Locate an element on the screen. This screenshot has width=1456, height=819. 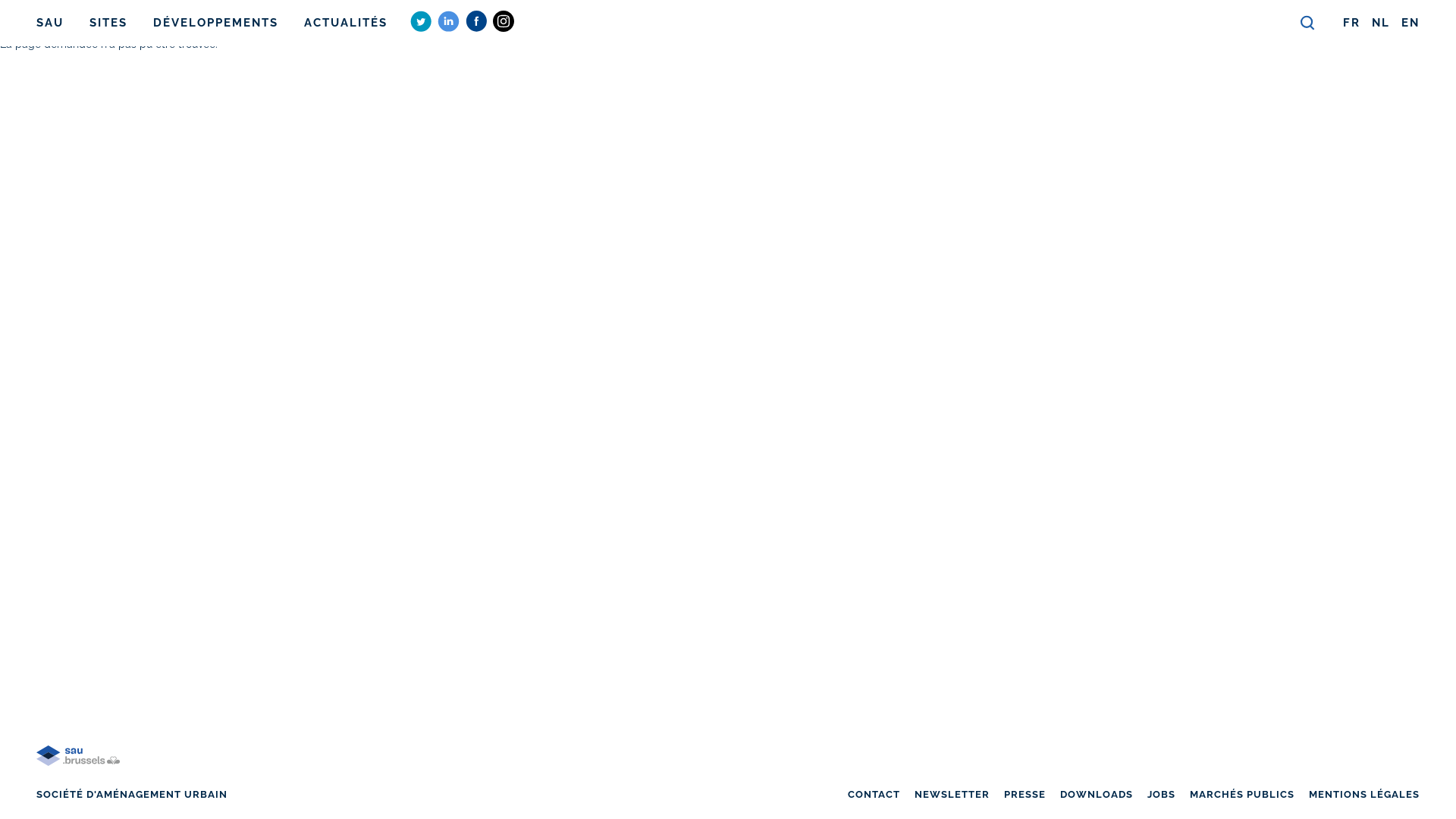
'JOBS' is located at coordinates (1160, 793).